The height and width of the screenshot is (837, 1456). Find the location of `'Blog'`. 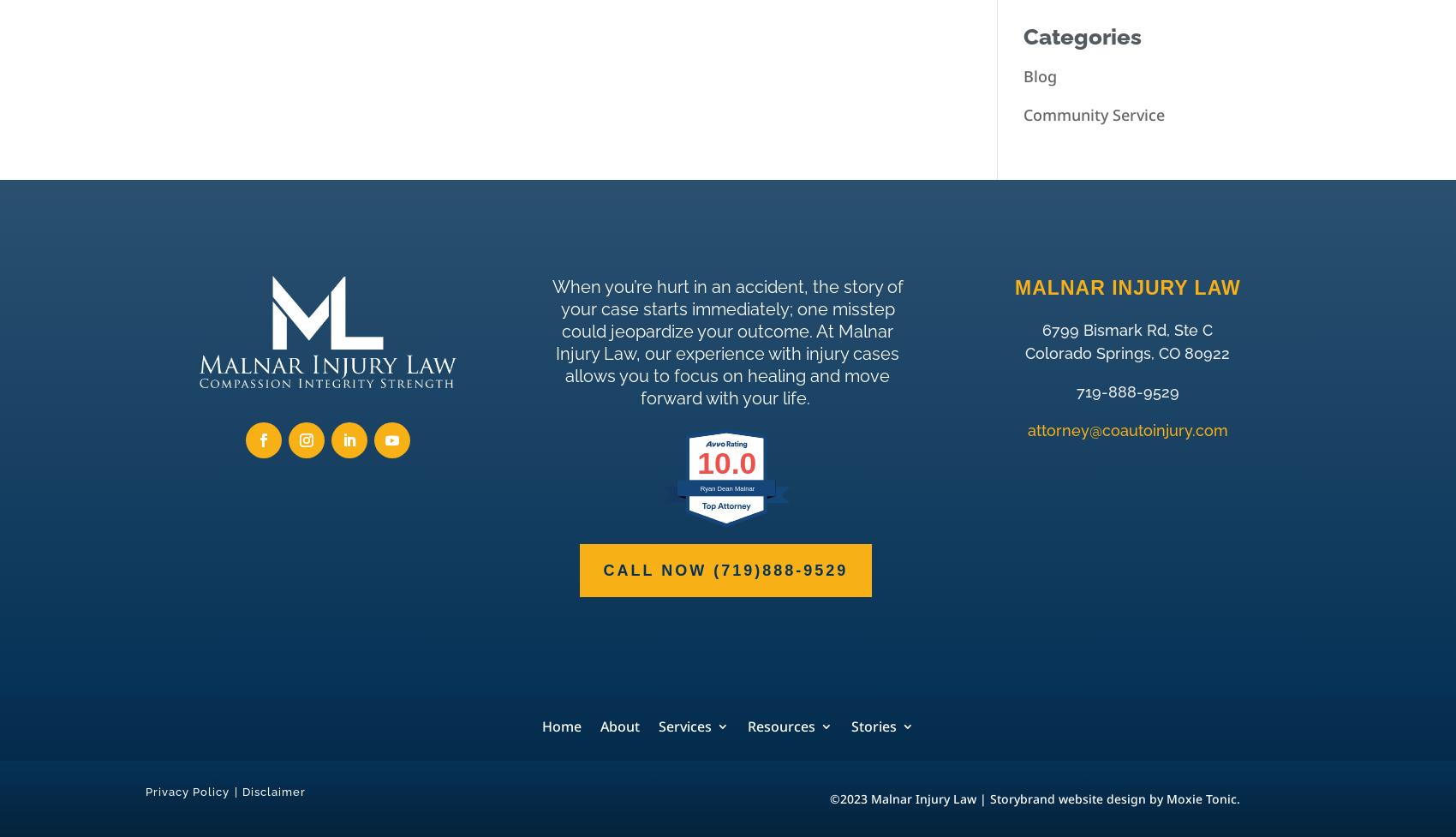

'Blog' is located at coordinates (1038, 76).